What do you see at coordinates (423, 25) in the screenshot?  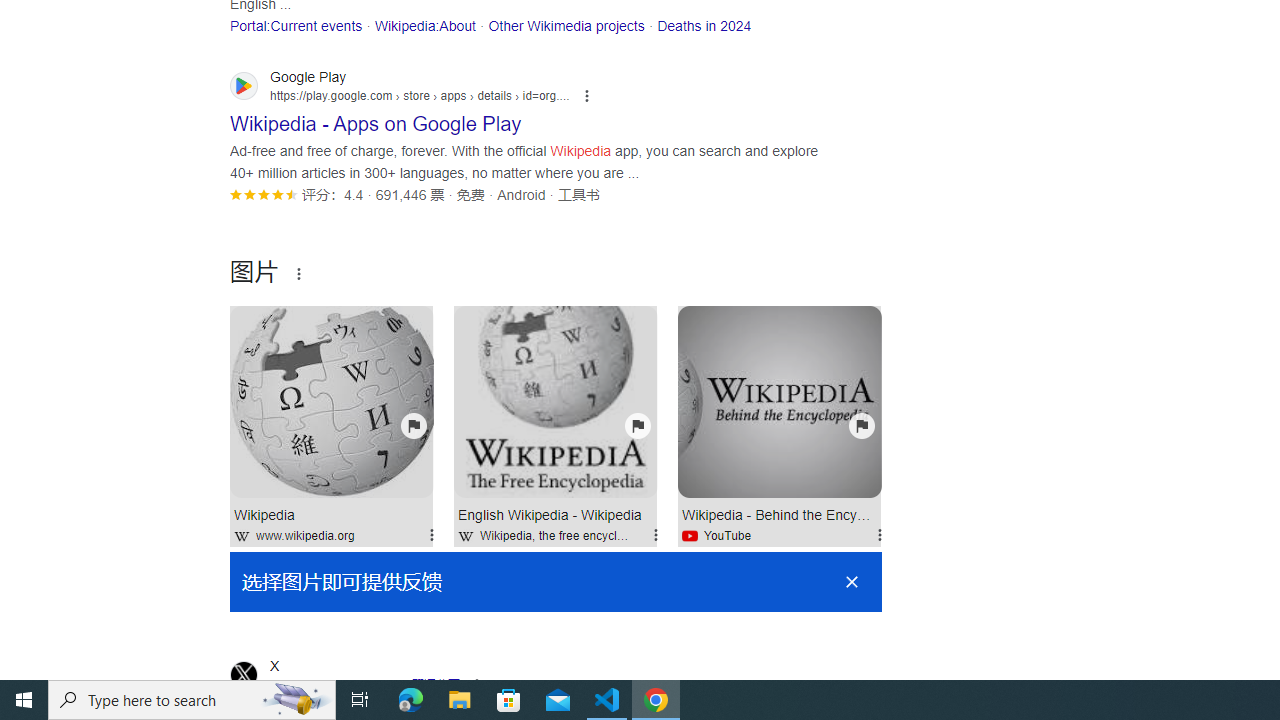 I see `'Wikipedia:About'` at bounding box center [423, 25].